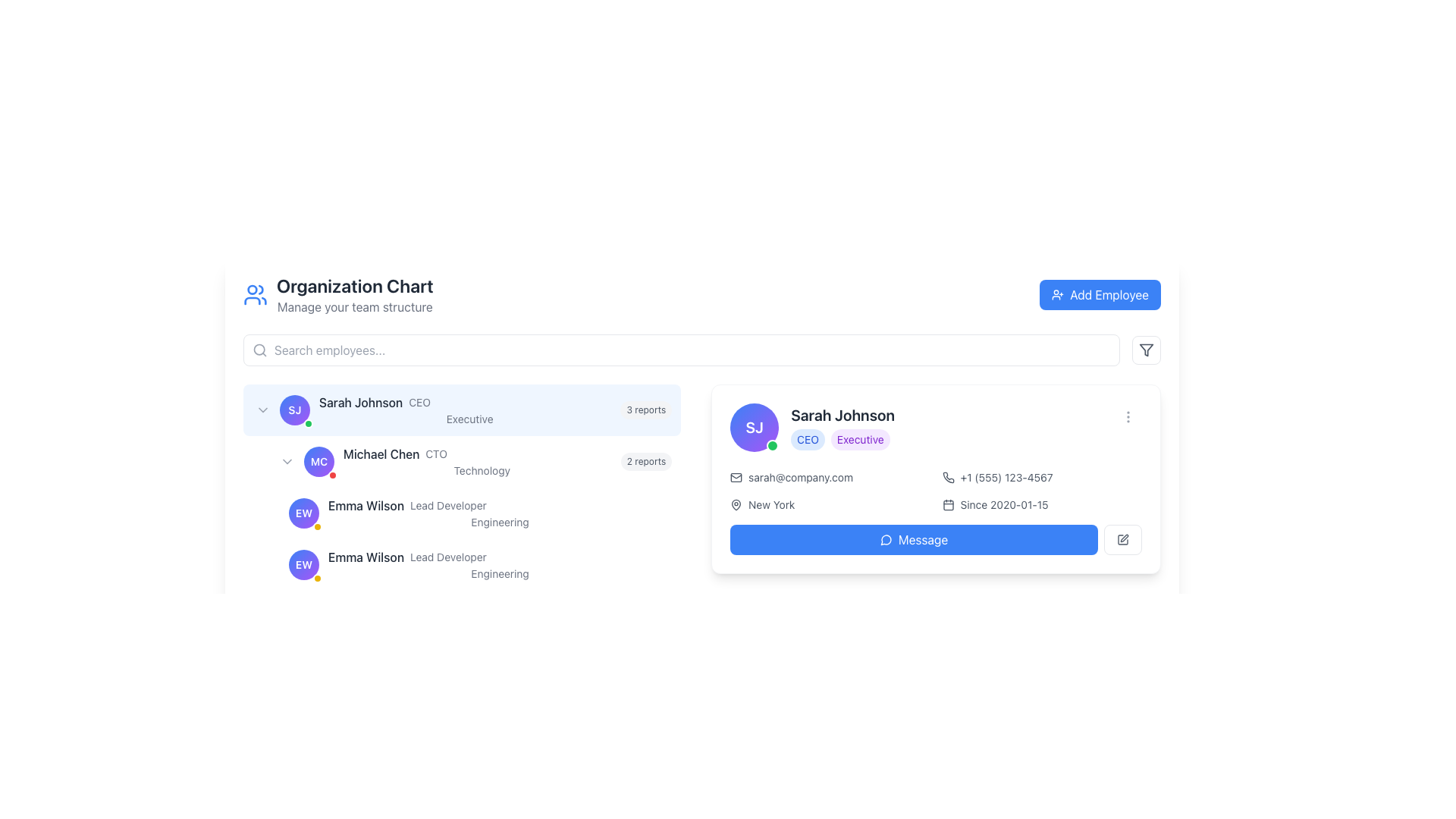  I want to click on informational Text label adjacent to 'Emma Wilson', which signifies the job role or position title, so click(447, 506).